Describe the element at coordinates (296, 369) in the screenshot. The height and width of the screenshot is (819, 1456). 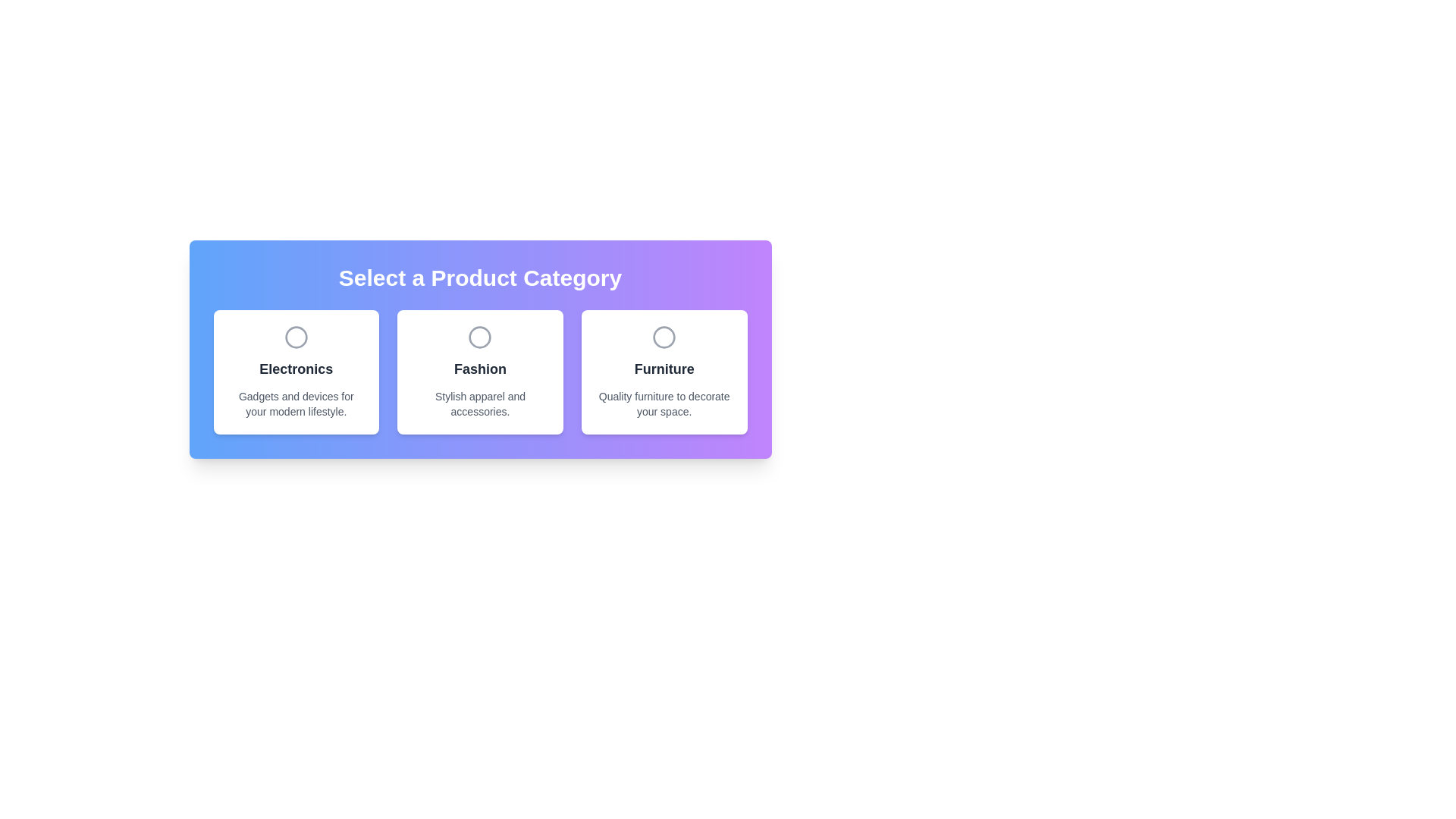
I see `the 'Electronics' category label located in the leftmost card, positioned below the circular icon and above the descriptive text about gadgets and devices` at that location.